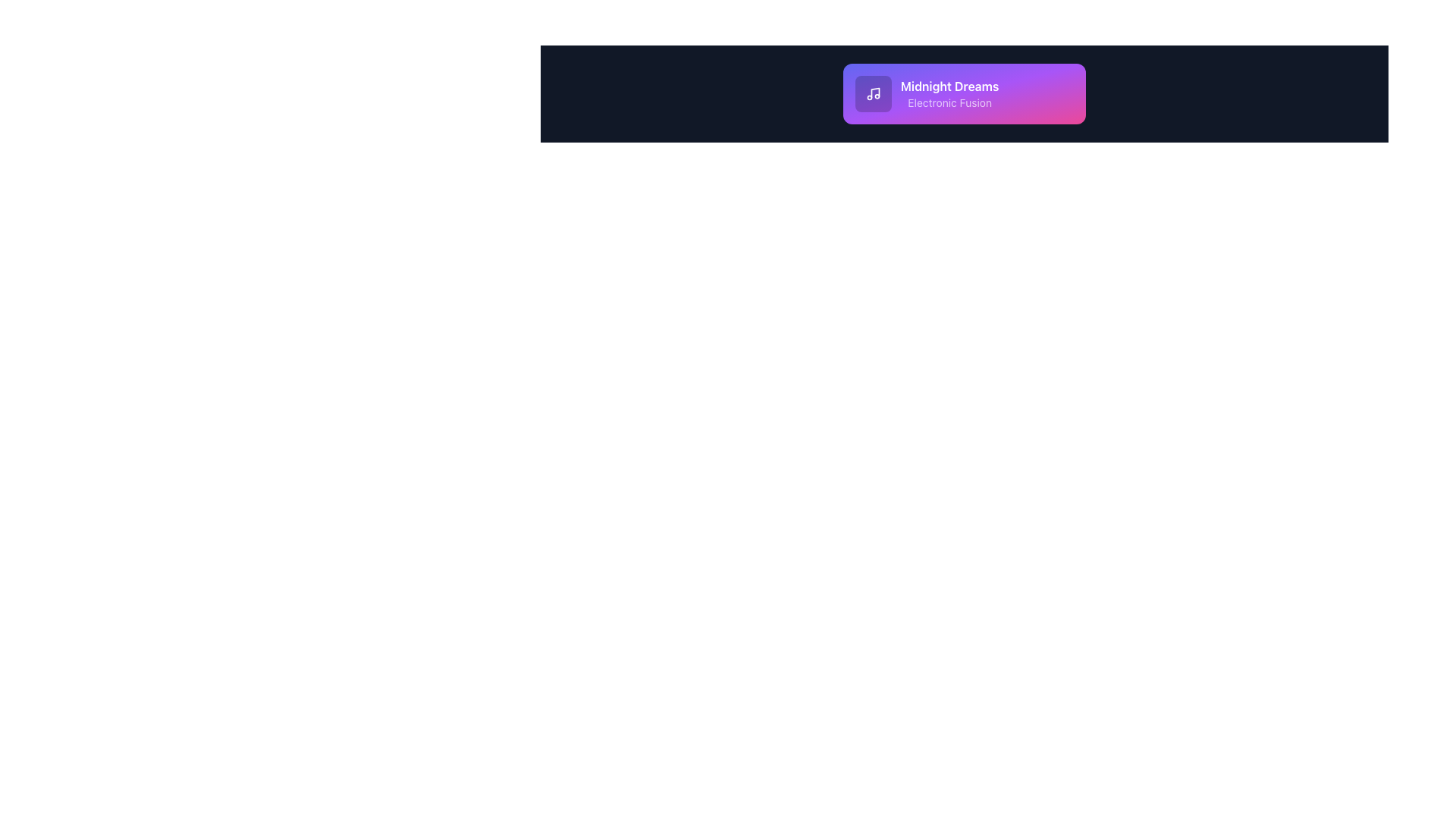  Describe the element at coordinates (964, 93) in the screenshot. I see `the text block labeled 'Midnight Dreams' which indicates the name of a track or album along with its genre 'Electronic Fusion'` at that location.